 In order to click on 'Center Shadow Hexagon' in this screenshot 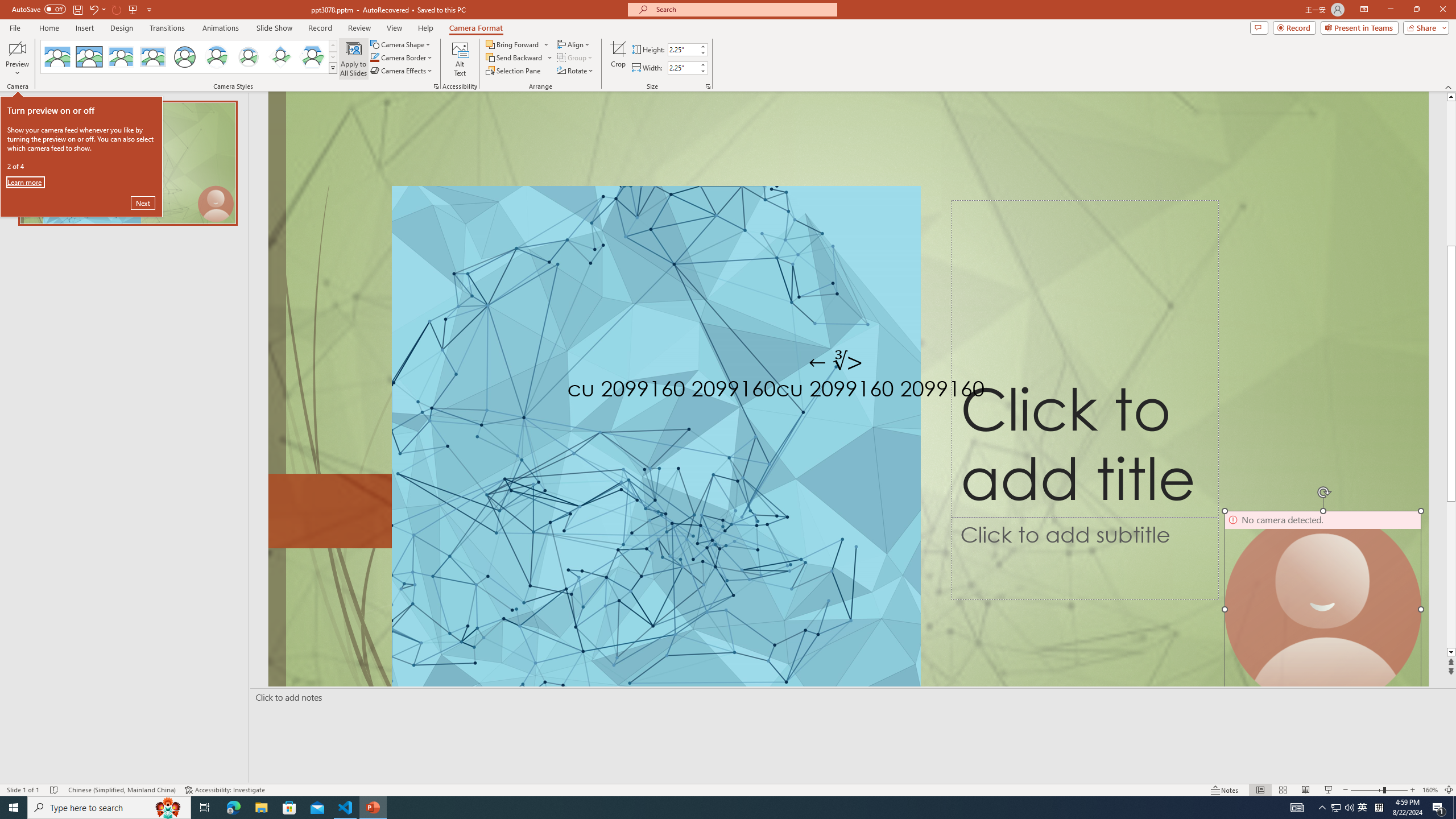, I will do `click(312, 56)`.